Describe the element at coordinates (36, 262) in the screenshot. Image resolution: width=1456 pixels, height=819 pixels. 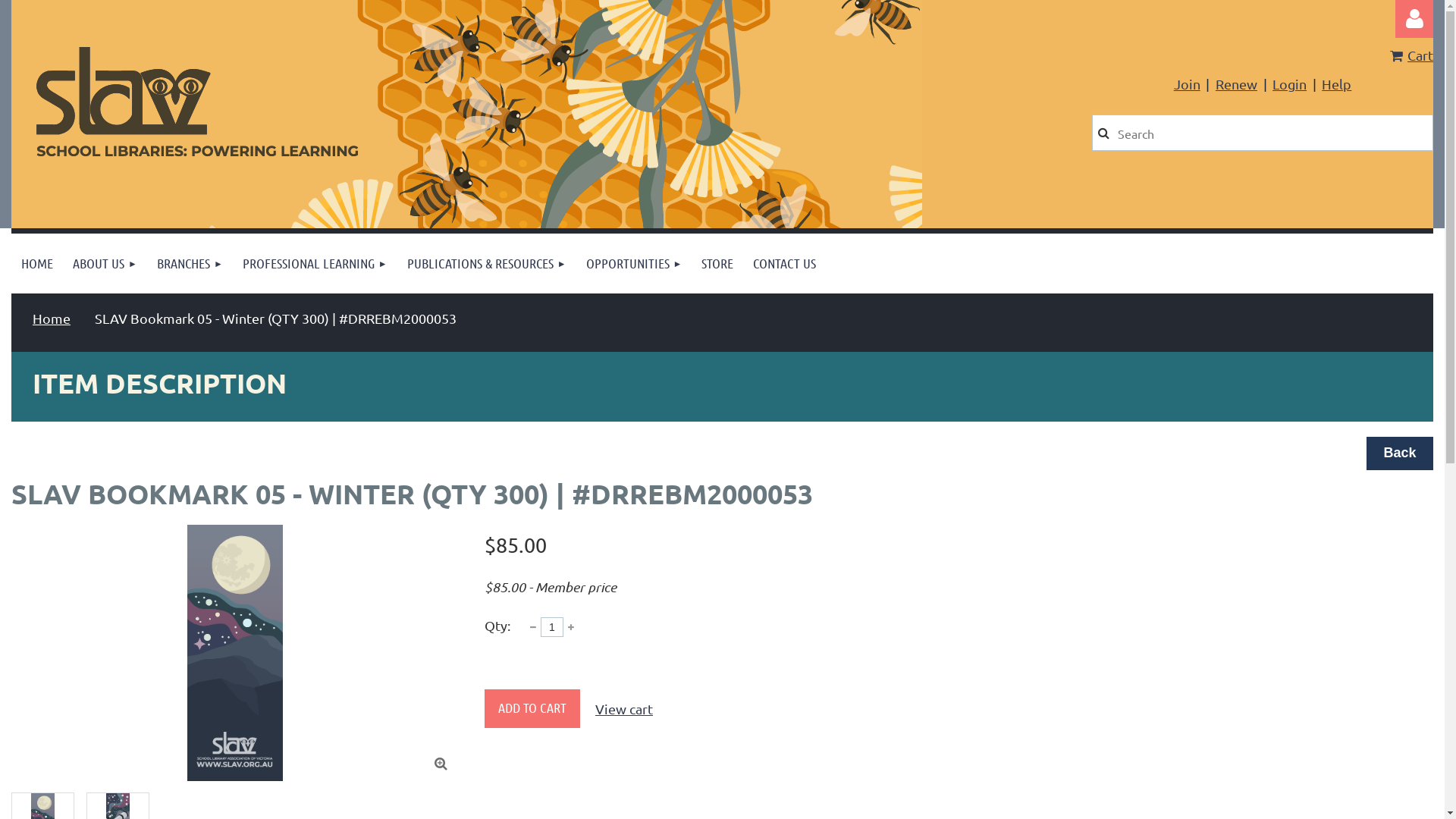
I see `'HOME'` at that location.